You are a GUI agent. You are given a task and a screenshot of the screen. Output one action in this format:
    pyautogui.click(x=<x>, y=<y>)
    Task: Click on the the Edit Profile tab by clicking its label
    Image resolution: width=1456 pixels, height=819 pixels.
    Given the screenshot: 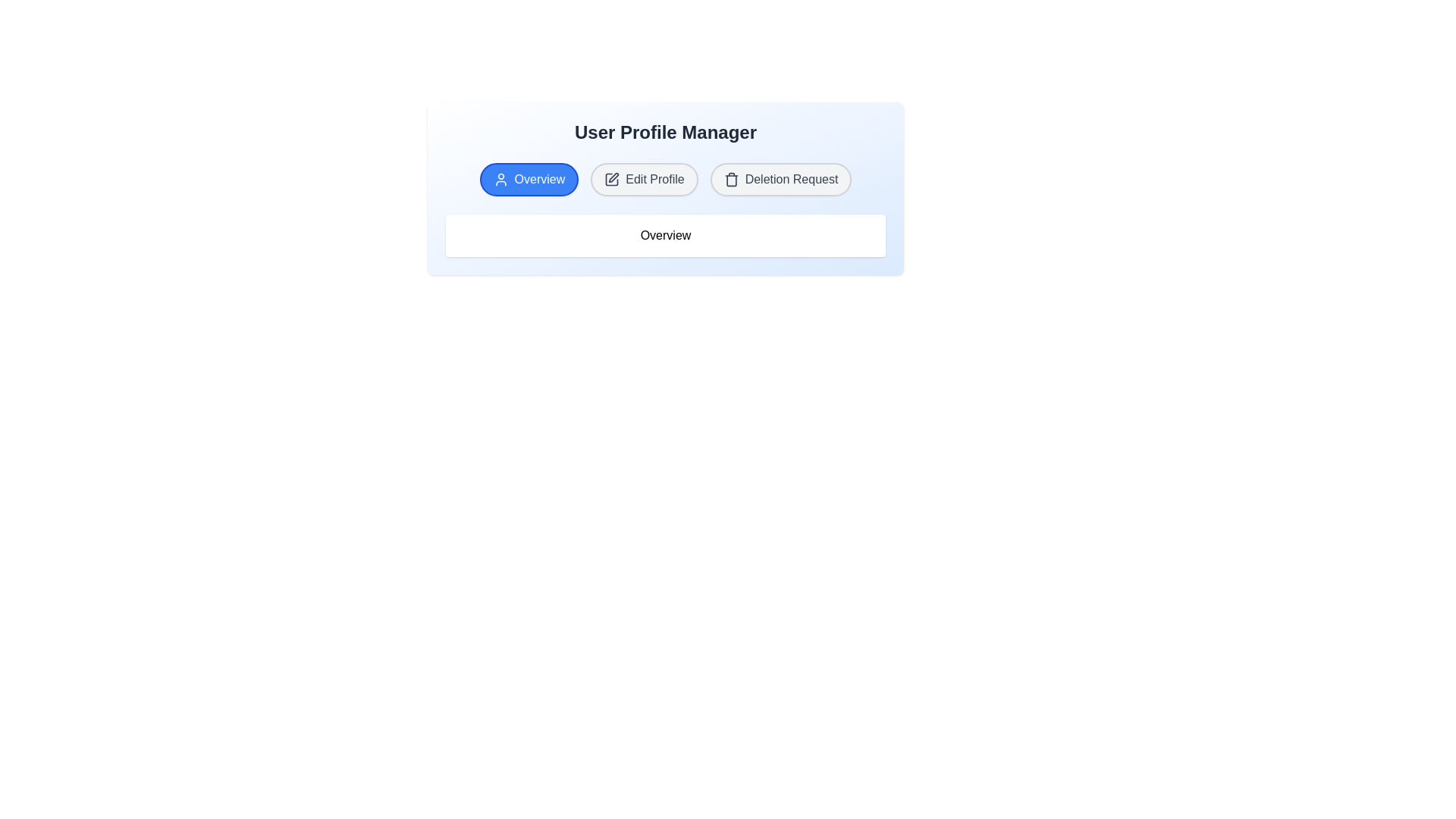 What is the action you would take?
    pyautogui.click(x=644, y=178)
    